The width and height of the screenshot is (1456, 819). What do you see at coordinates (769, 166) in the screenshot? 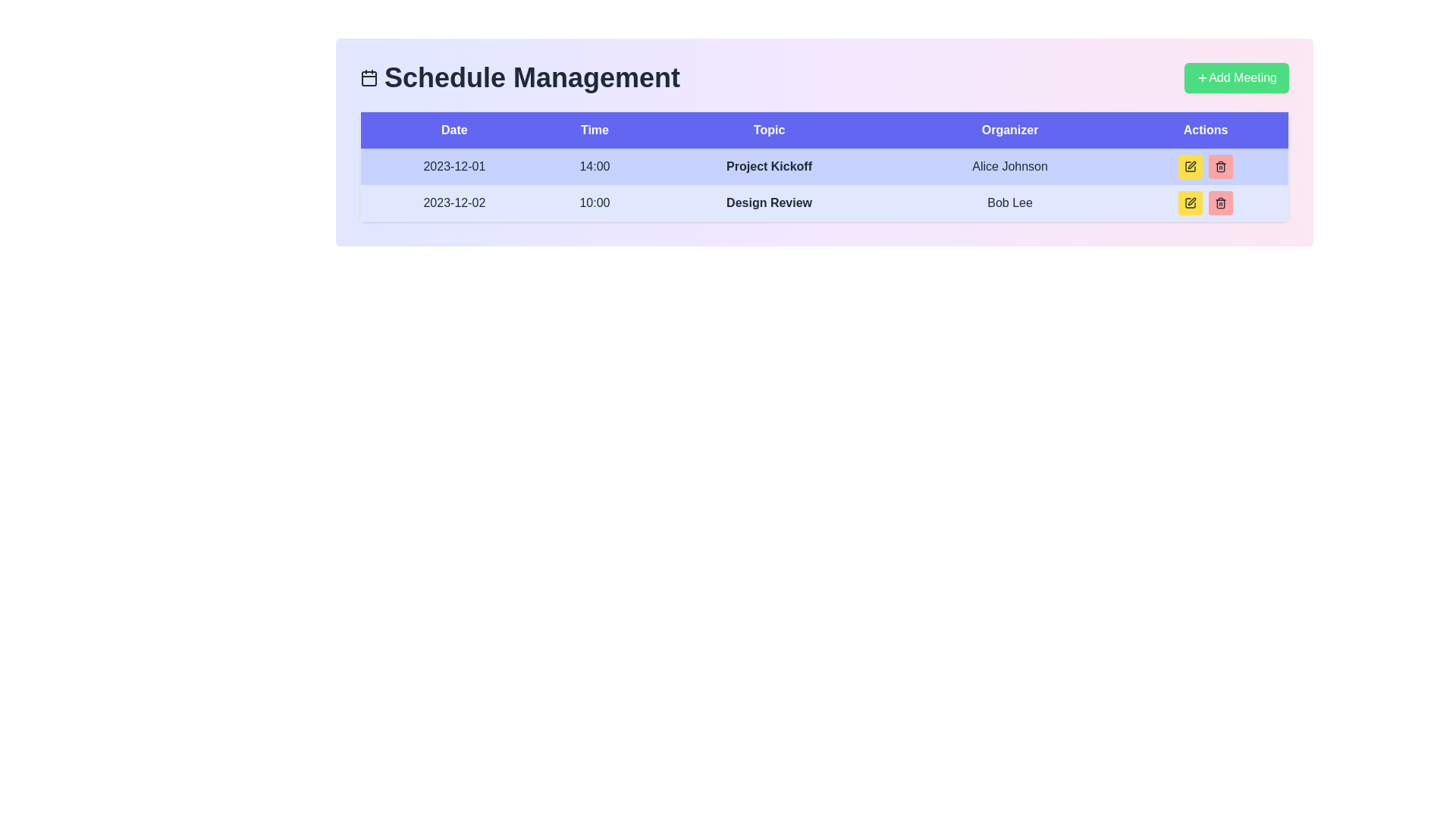
I see `the 'Project Kickoff' text label, which is displayed in bold styling and located in the third column titled 'Topic' of the schedule table` at bounding box center [769, 166].